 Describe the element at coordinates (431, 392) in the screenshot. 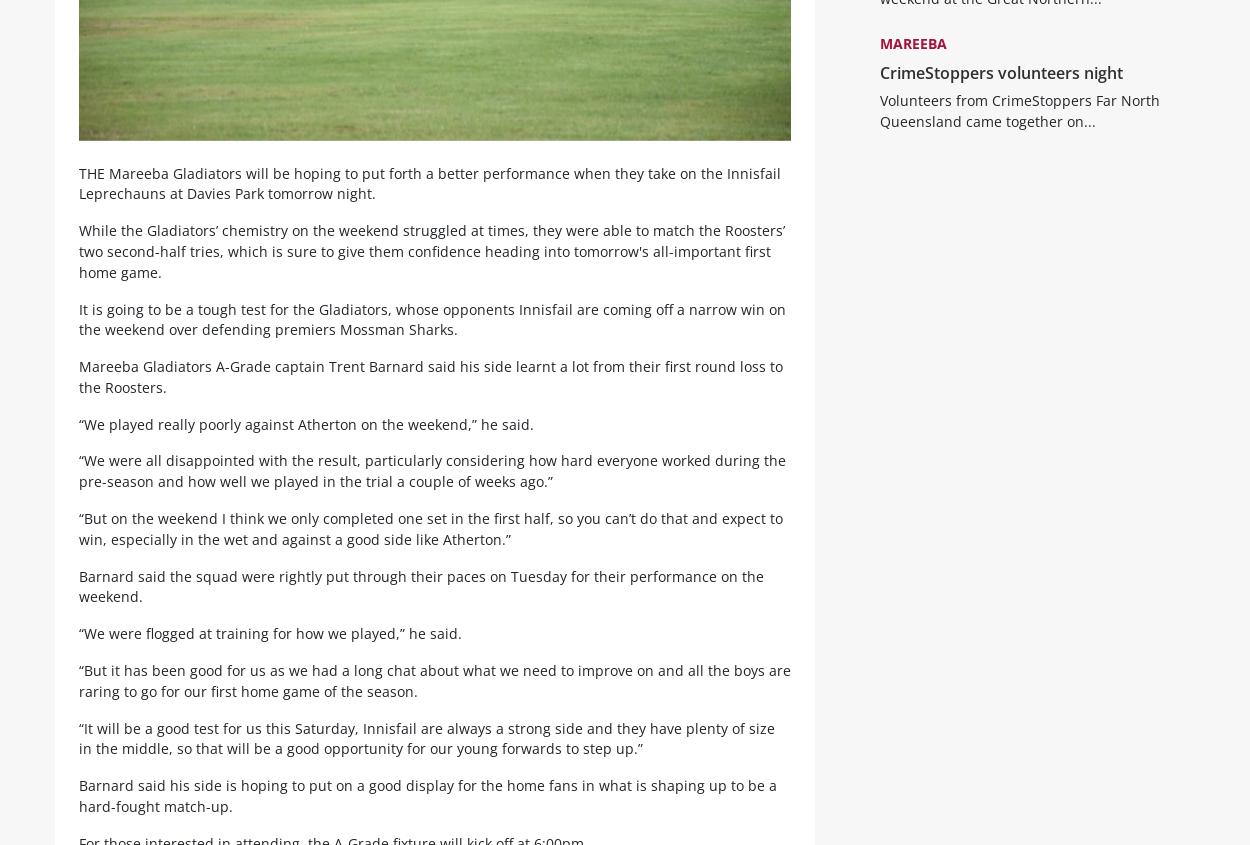

I see `'Mareeba Gladiators A-Grade captain Trent Barnard said his side learnt a lot from their first round loss to the Roosters.'` at that location.